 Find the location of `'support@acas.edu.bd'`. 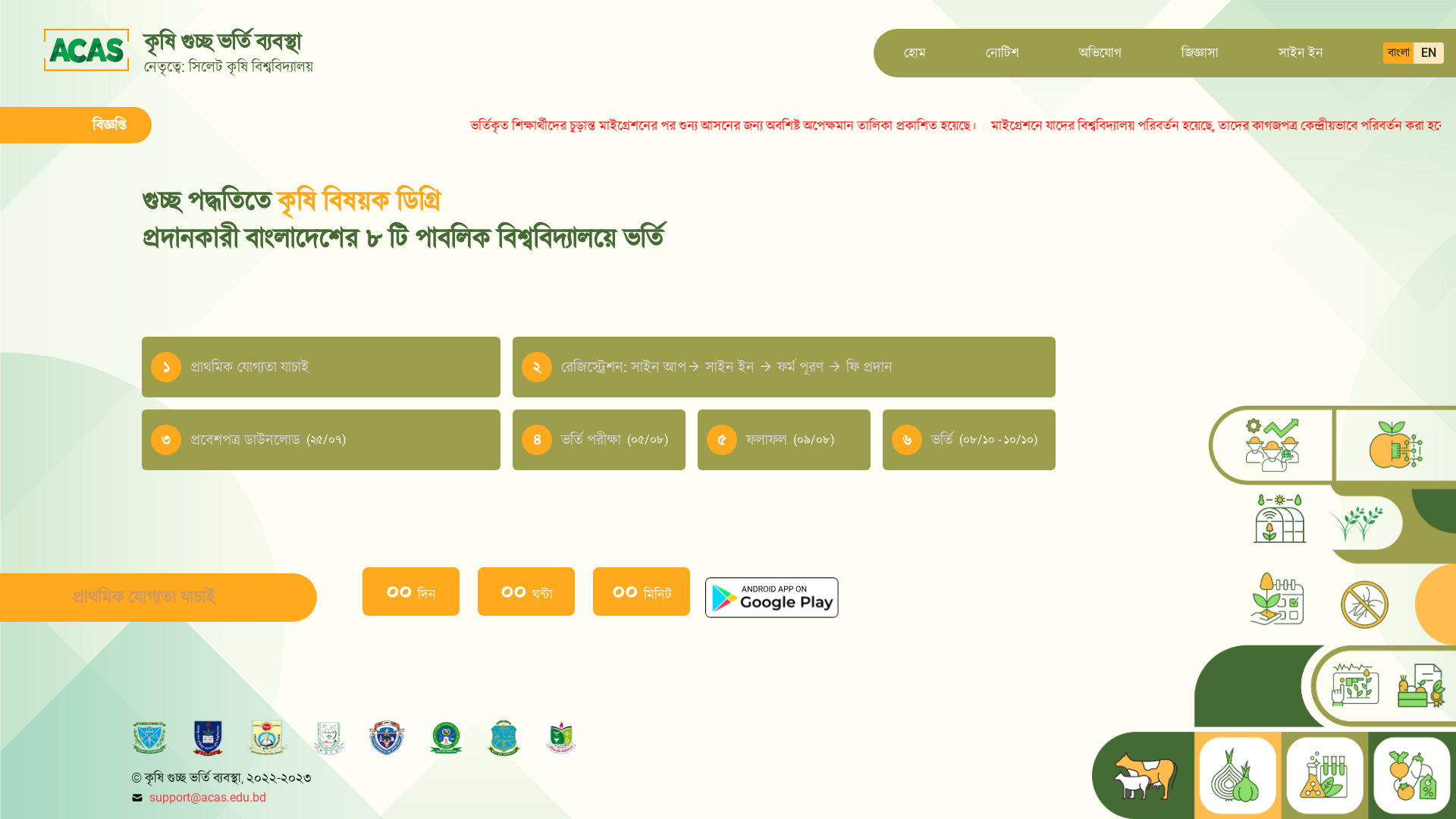

'support@acas.edu.bd' is located at coordinates (206, 797).